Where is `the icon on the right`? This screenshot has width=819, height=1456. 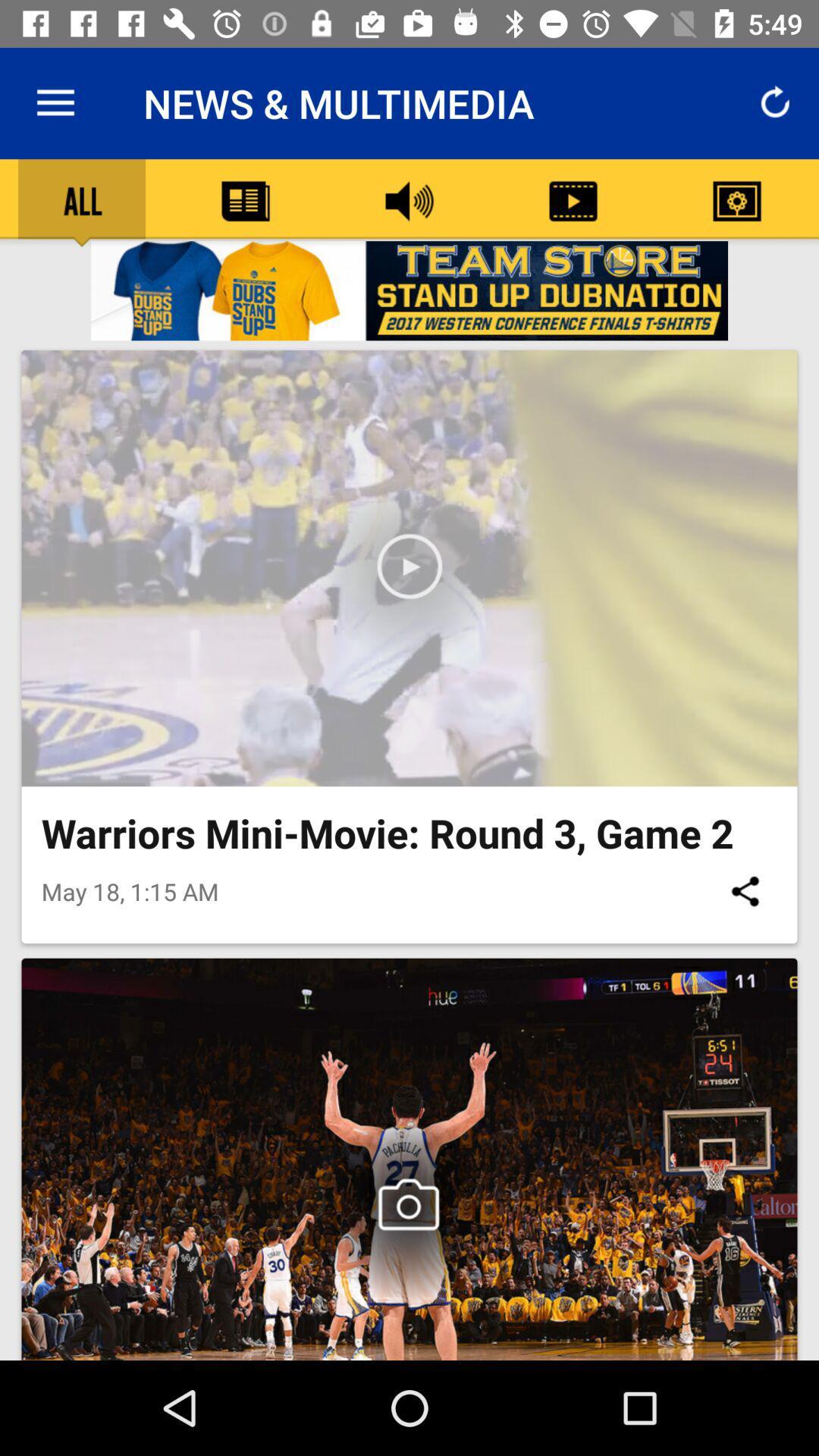 the icon on the right is located at coordinates (744, 891).